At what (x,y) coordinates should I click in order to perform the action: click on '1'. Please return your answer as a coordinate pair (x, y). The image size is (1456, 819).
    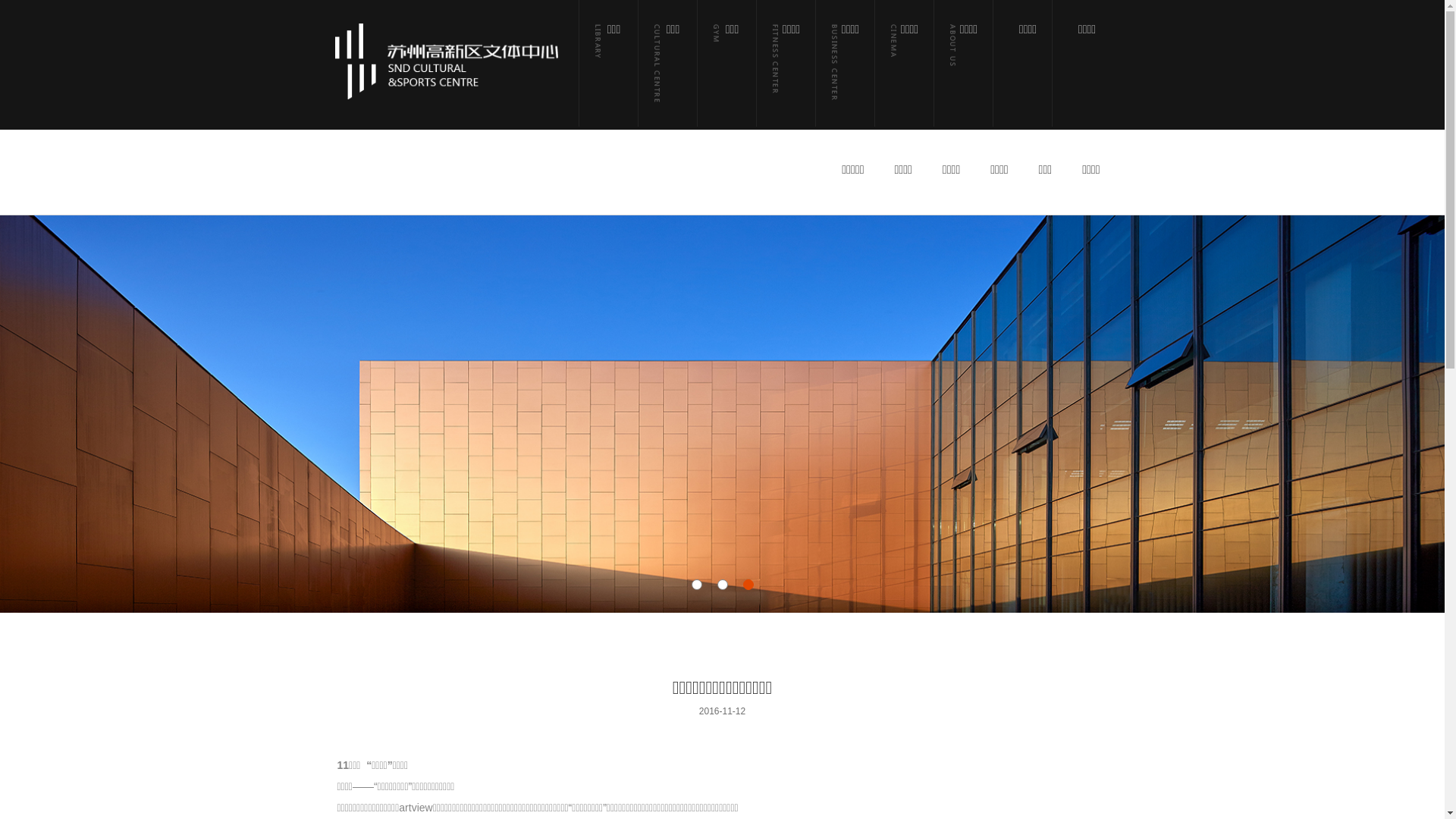
    Looking at the image, I should click on (695, 584).